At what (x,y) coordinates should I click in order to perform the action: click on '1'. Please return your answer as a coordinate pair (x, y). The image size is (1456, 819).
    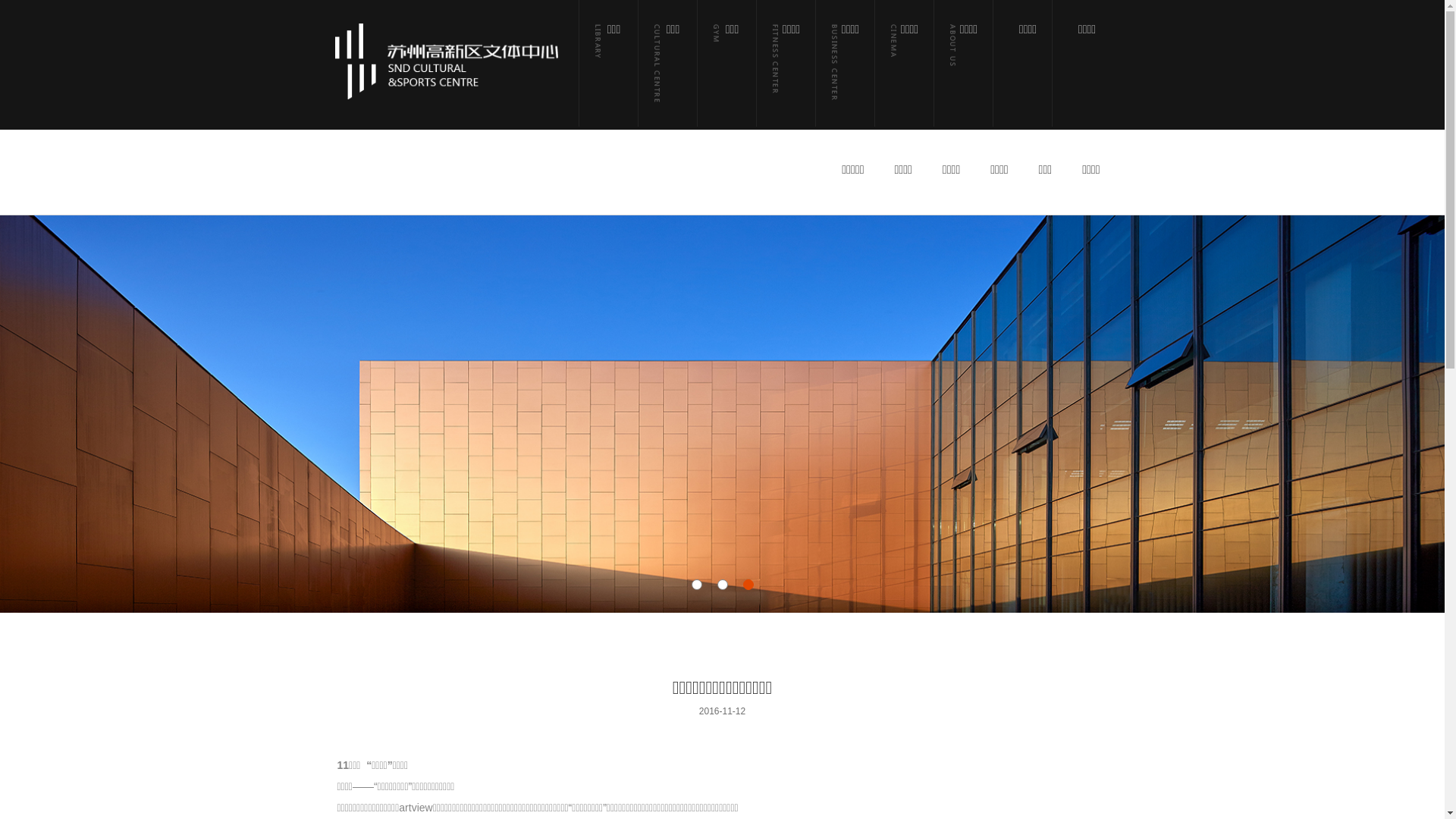
    Looking at the image, I should click on (695, 584).